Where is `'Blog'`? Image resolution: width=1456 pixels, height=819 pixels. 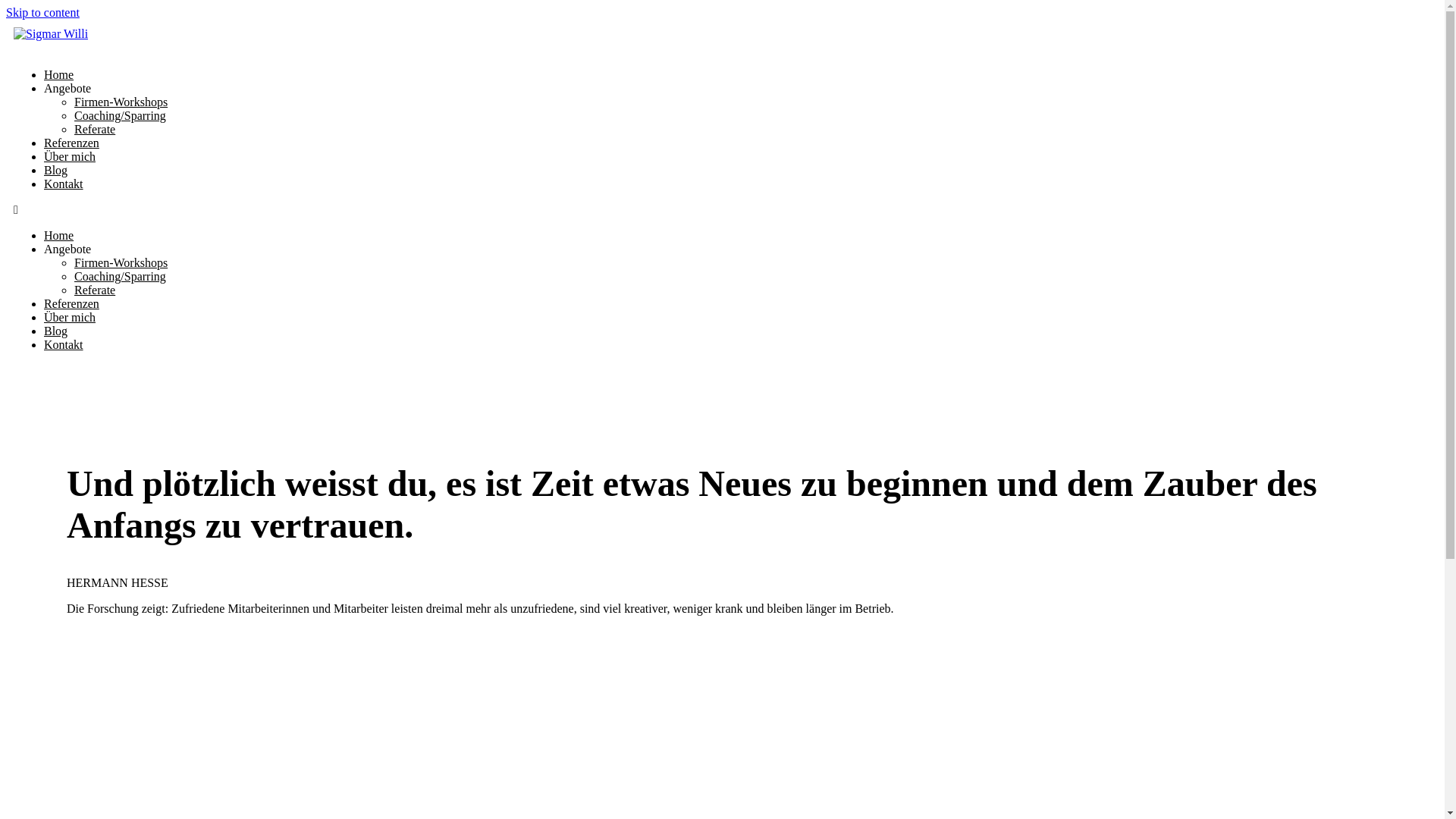 'Blog' is located at coordinates (55, 170).